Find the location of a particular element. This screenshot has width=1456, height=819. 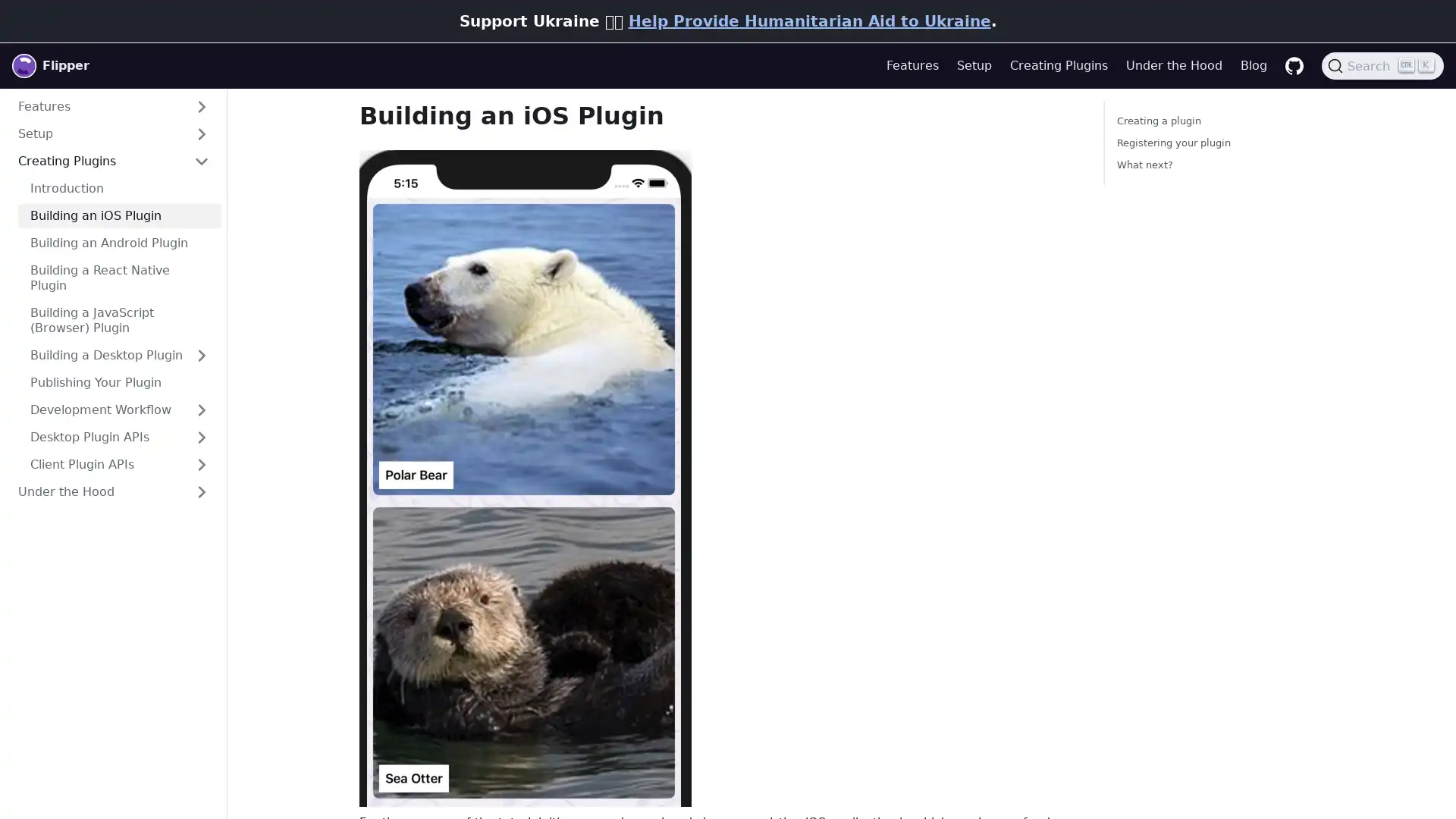

Search is located at coordinates (1382, 65).